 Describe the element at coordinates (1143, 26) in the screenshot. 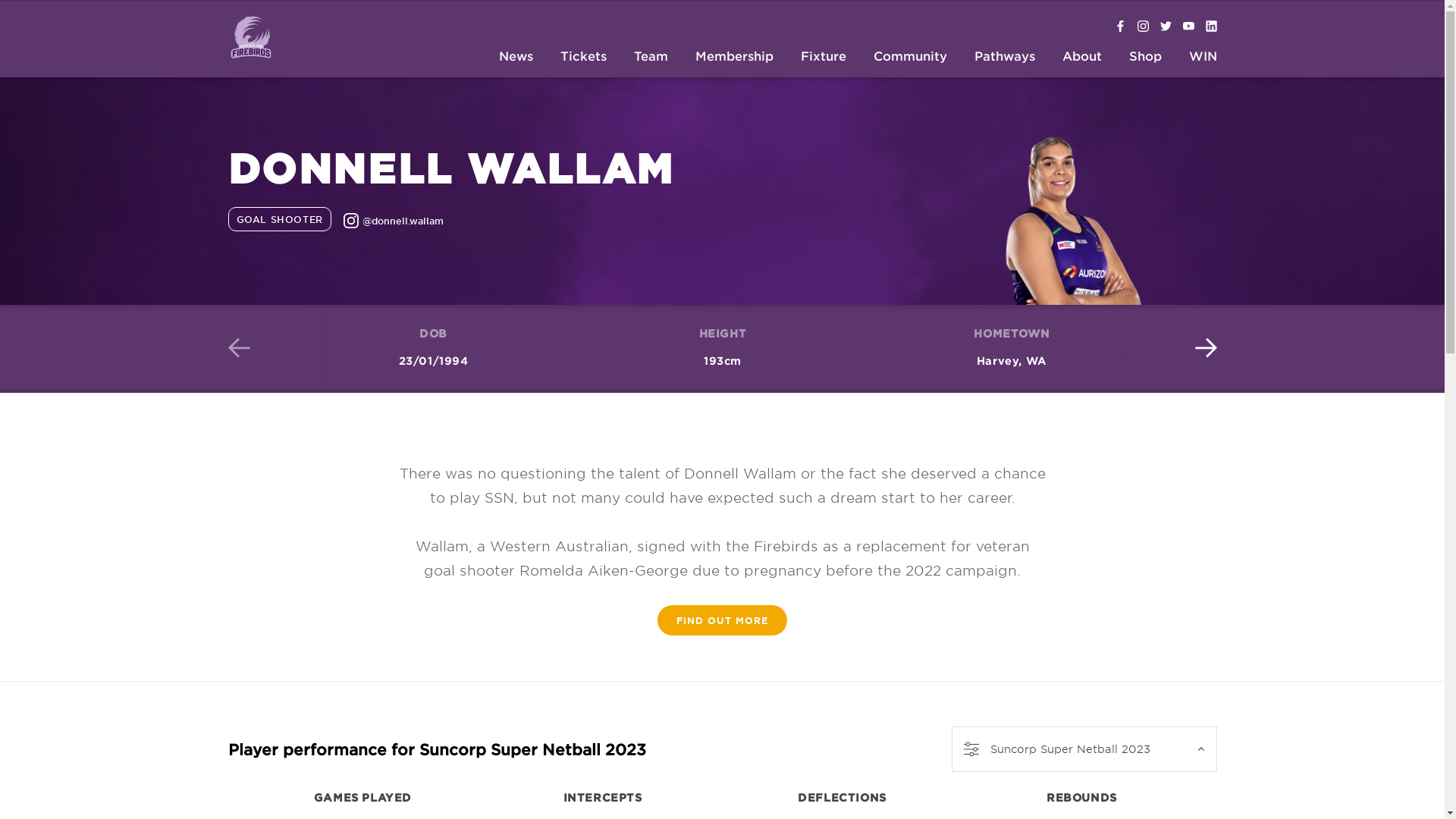

I see `'@firebirdsqld'` at that location.